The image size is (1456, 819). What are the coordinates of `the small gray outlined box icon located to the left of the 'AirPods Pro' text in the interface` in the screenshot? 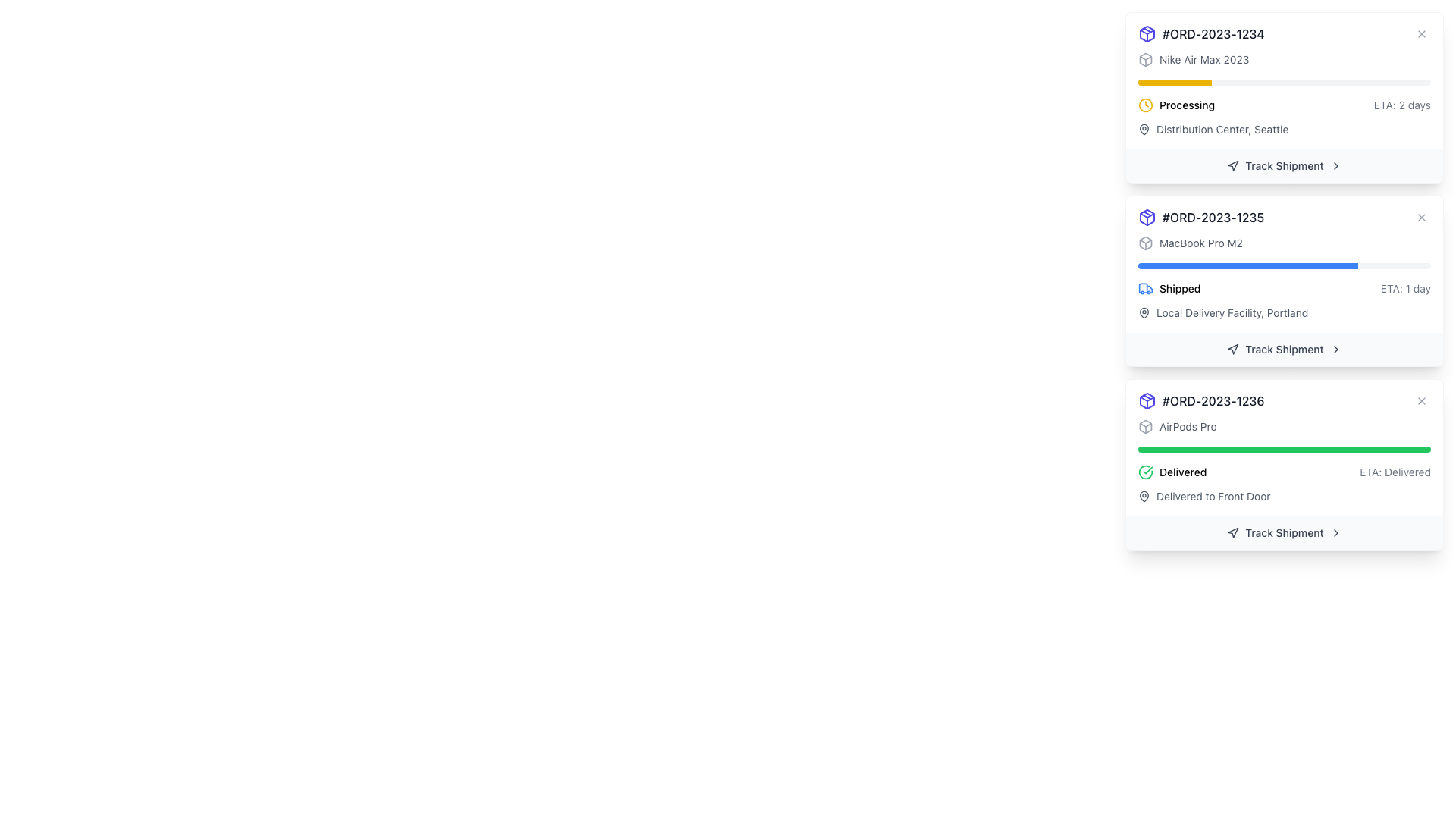 It's located at (1146, 427).